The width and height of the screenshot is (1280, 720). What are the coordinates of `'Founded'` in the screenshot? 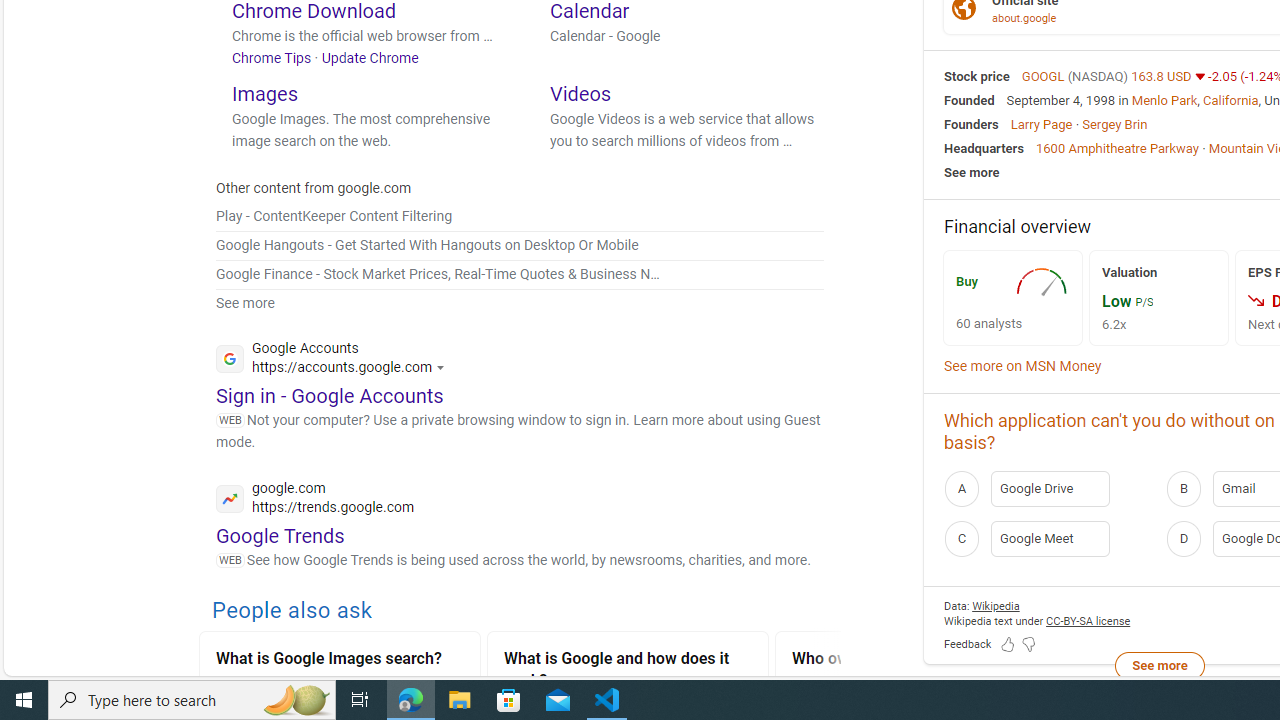 It's located at (969, 100).